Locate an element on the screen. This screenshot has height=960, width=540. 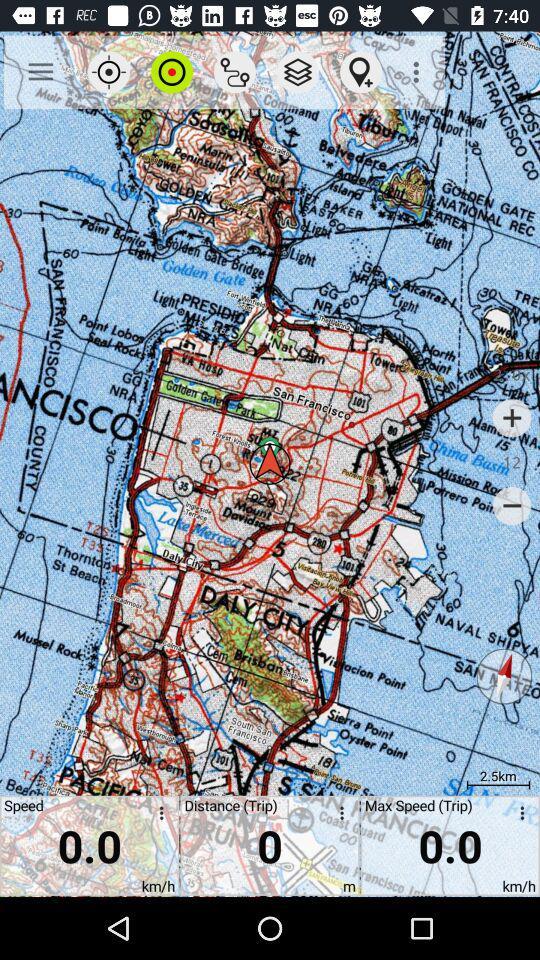
options for speed is located at coordinates (157, 816).